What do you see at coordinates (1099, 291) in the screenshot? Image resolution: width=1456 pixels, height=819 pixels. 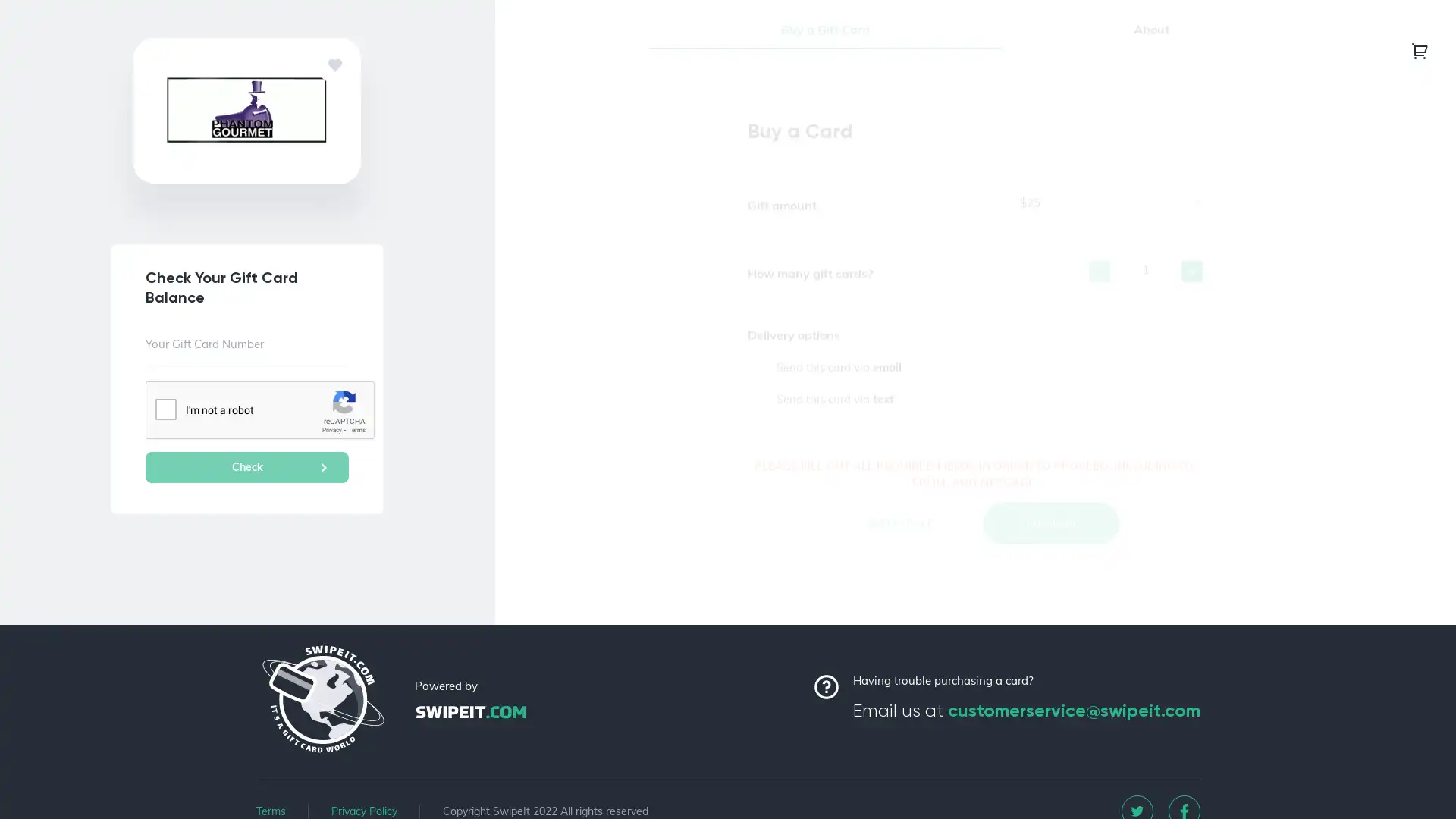 I see `-` at bounding box center [1099, 291].